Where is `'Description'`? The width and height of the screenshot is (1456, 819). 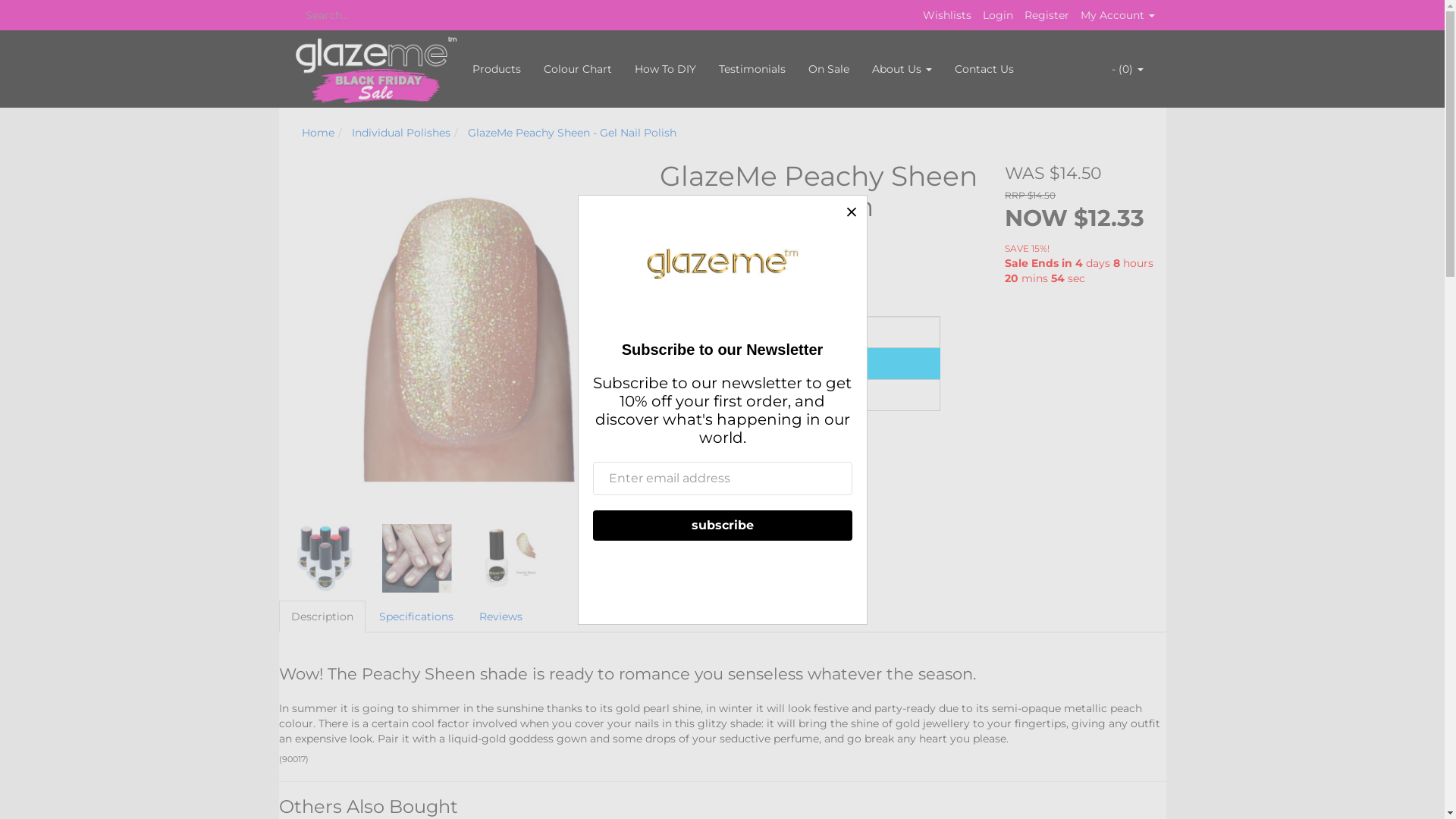 'Description' is located at coordinates (322, 617).